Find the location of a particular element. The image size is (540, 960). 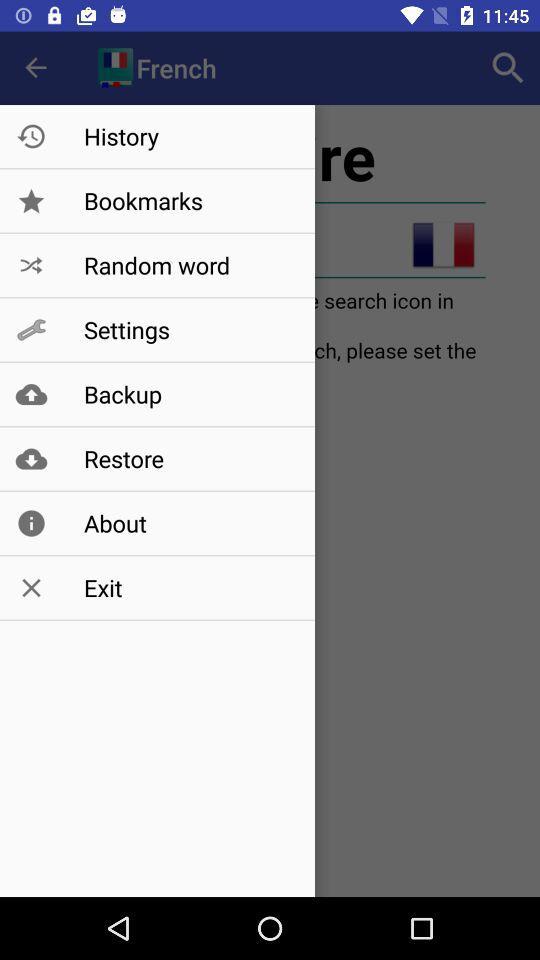

settings icon is located at coordinates (189, 330).